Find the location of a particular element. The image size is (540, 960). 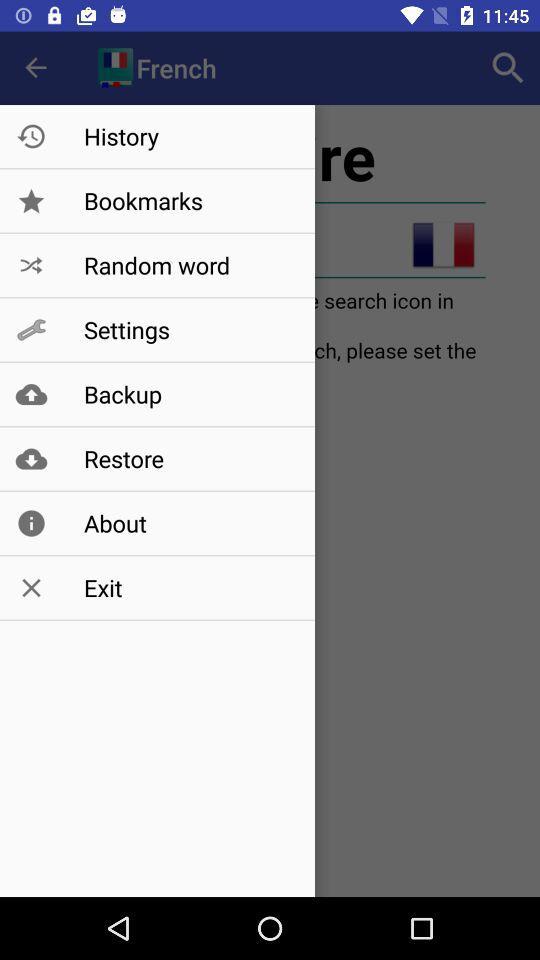

settings icon is located at coordinates (189, 330).